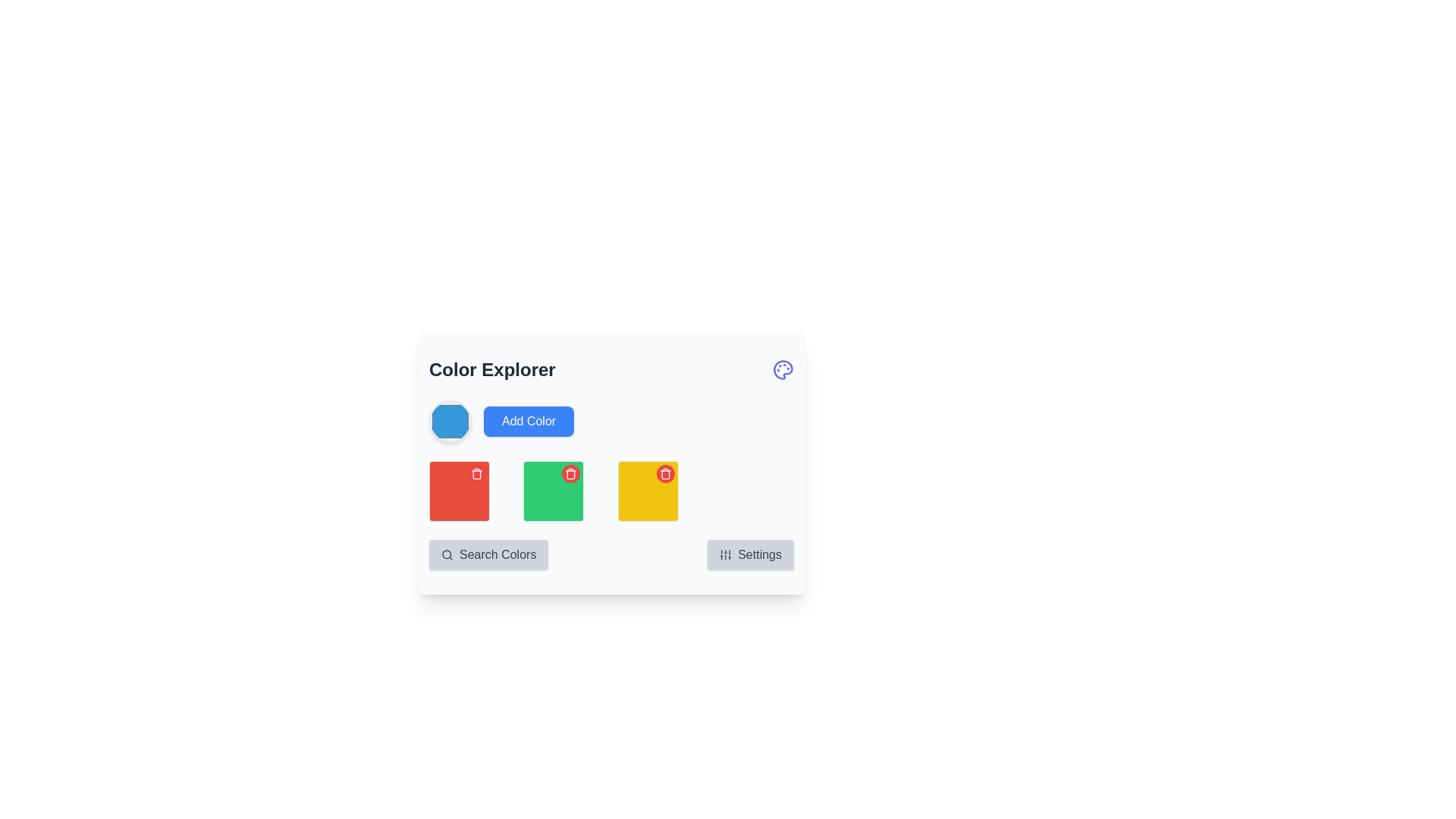 This screenshot has height=819, width=1456. I want to click on the circular button with an icon located at the top-right corner of the square red block, so click(475, 472).